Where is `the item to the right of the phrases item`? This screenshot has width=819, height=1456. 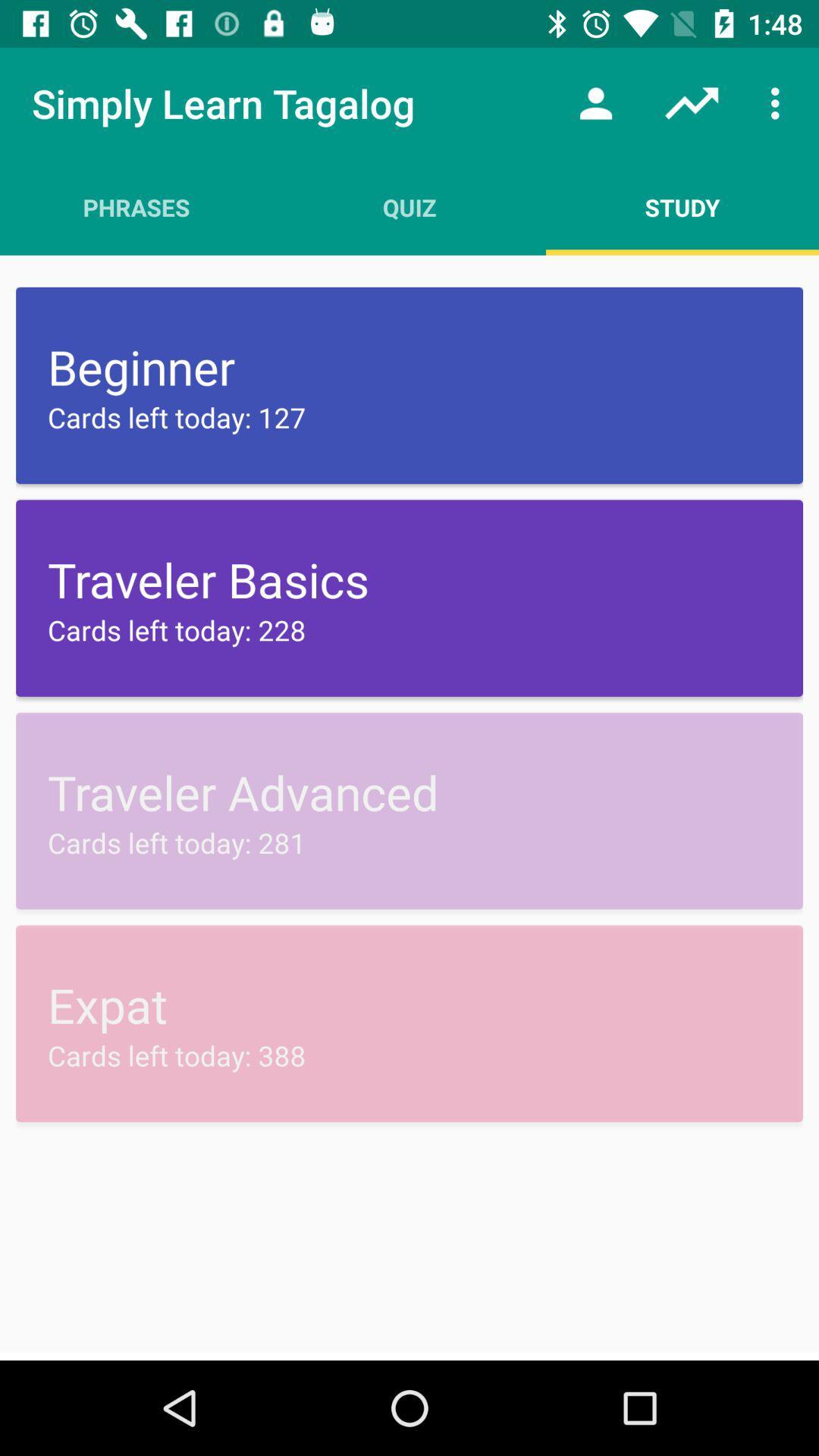
the item to the right of the phrases item is located at coordinates (409, 206).